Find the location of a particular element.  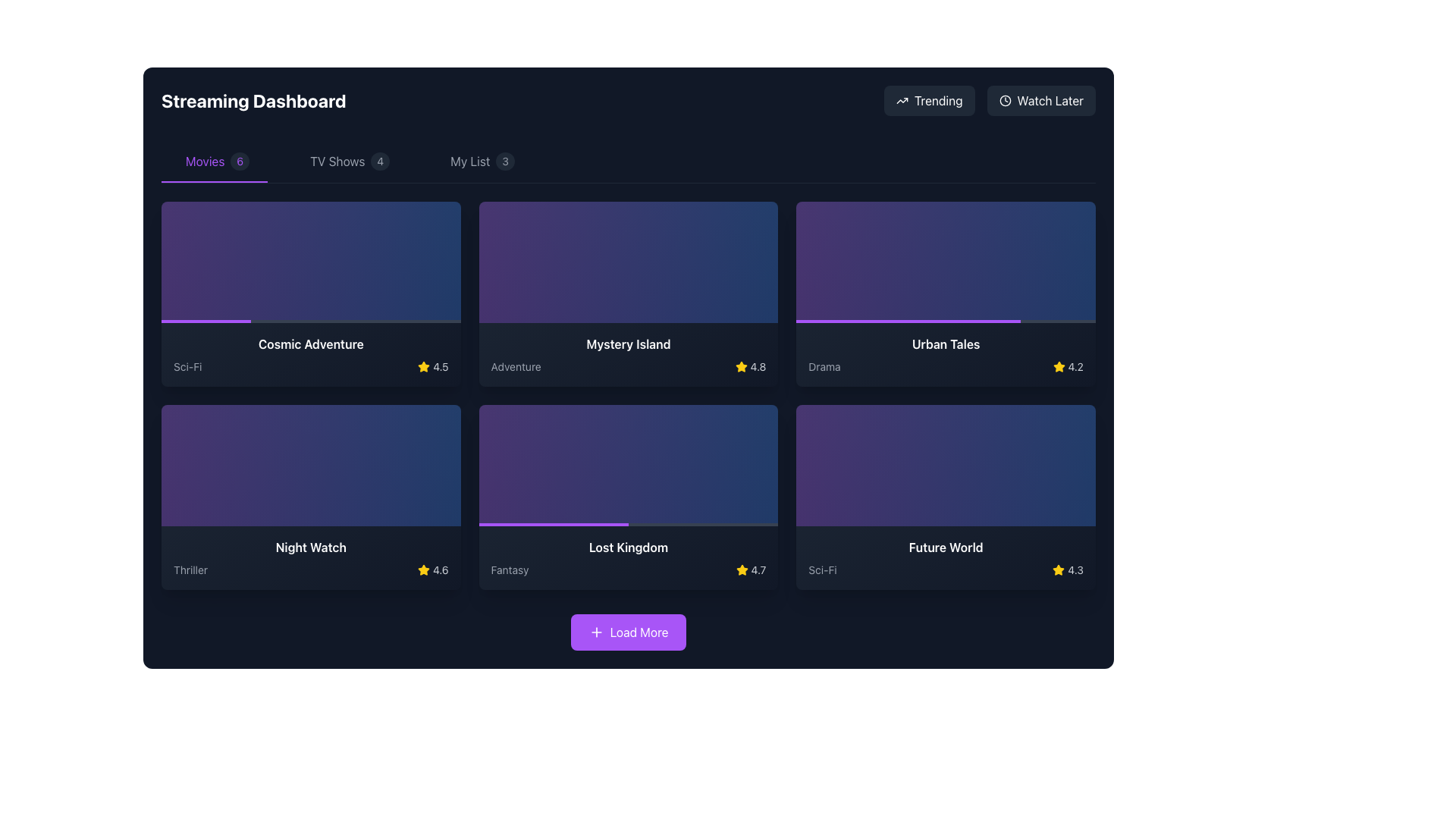

the 'Trending' button located in the top right section of the interface is located at coordinates (902, 100).